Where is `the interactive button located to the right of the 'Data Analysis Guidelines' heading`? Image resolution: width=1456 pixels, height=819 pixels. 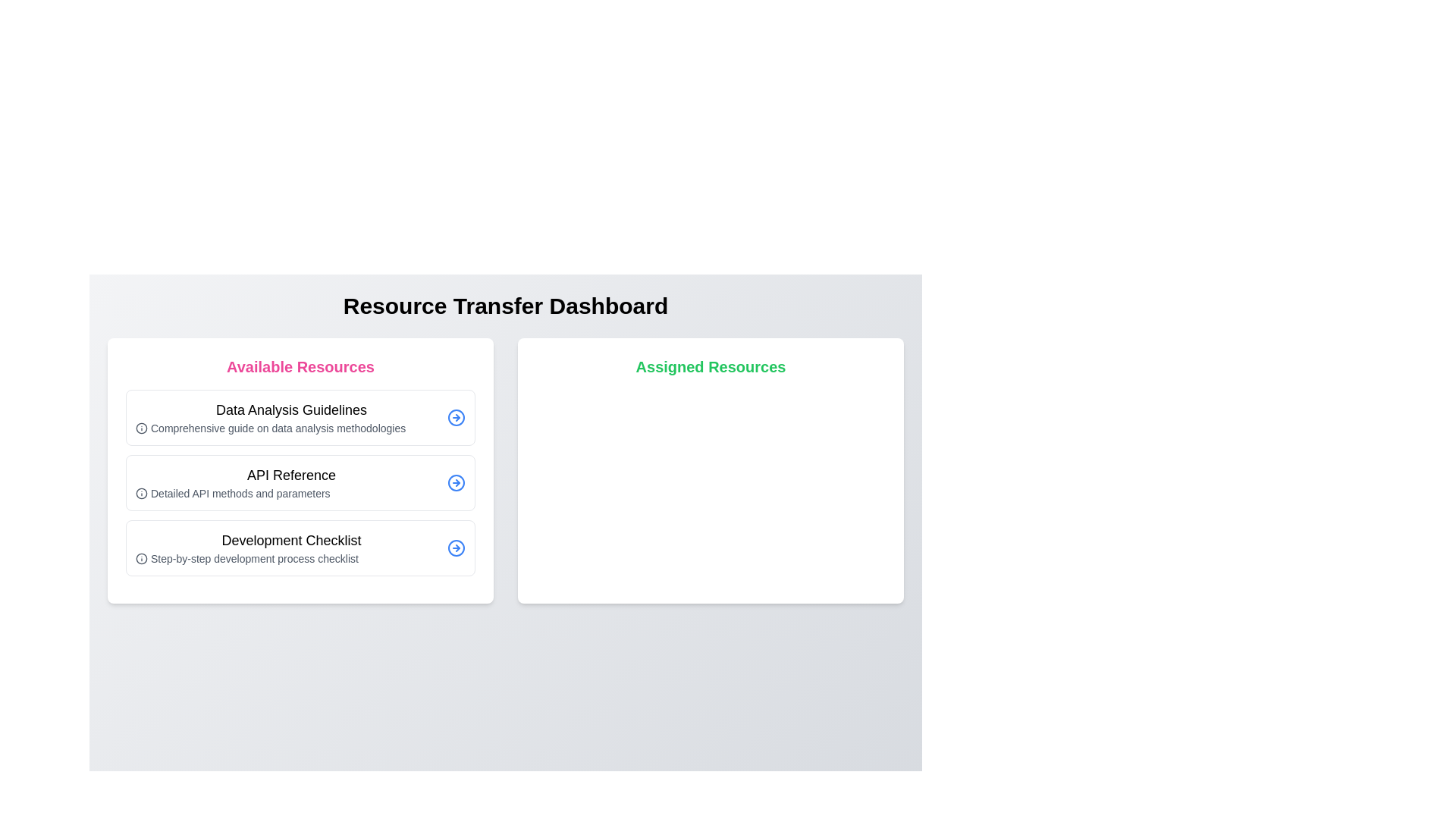
the interactive button located to the right of the 'Data Analysis Guidelines' heading is located at coordinates (455, 418).